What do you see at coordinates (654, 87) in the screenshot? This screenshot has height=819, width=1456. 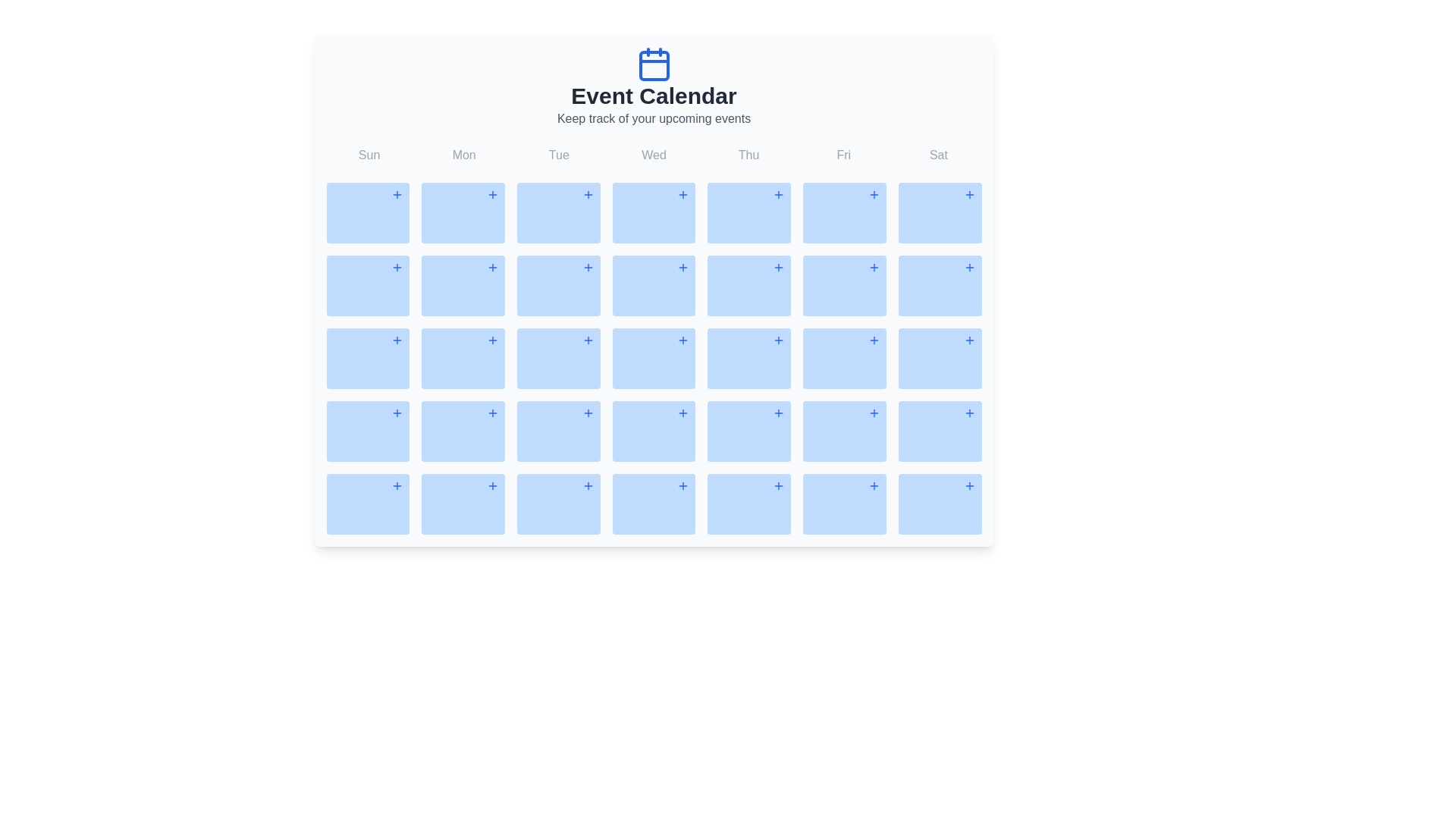 I see `the header section containing the blue calendar icon and the text 'Event Calendar' and 'Keep track of your upcoming events'` at bounding box center [654, 87].